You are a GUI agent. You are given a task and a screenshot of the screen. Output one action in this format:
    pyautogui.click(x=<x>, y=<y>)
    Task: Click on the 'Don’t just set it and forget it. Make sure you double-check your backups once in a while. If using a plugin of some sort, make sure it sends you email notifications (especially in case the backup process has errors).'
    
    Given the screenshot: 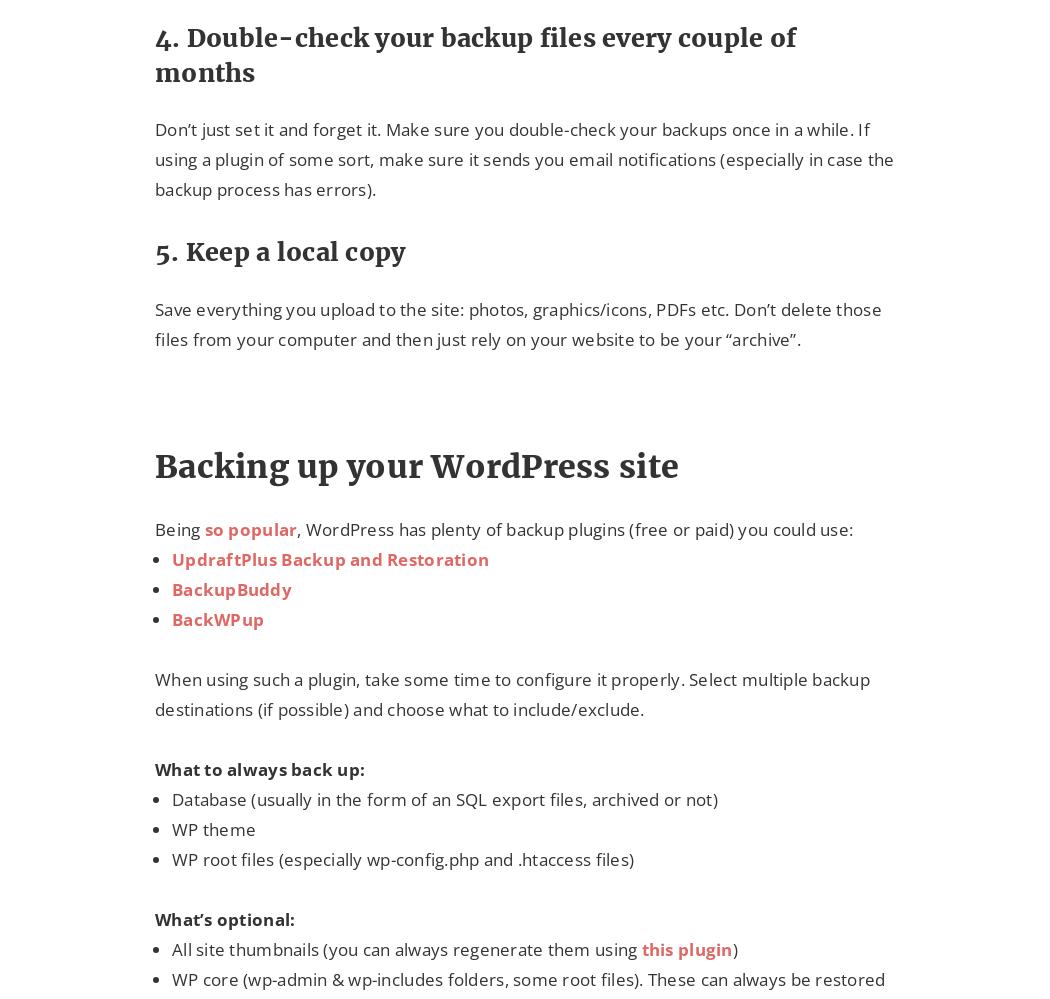 What is the action you would take?
    pyautogui.click(x=154, y=159)
    